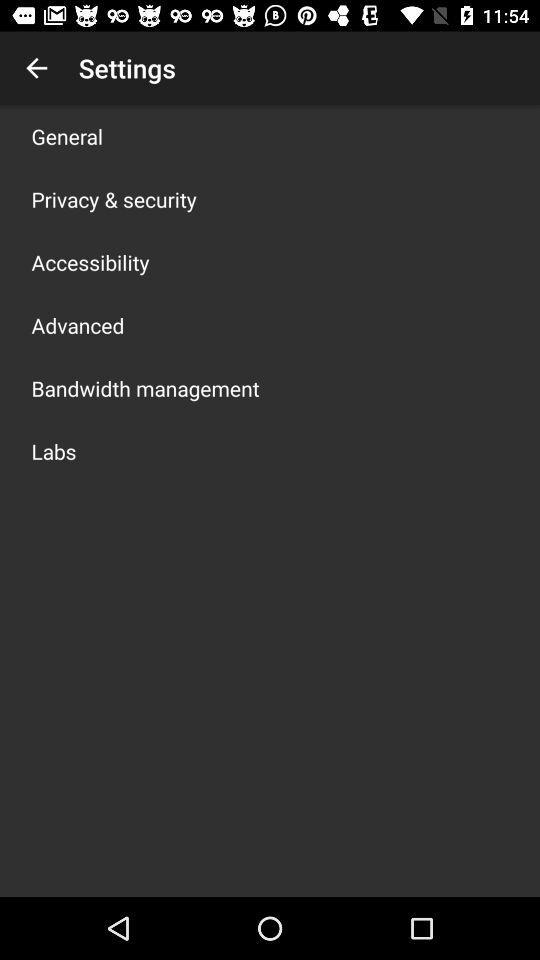 This screenshot has width=540, height=960. I want to click on the app next to the settings app, so click(36, 68).